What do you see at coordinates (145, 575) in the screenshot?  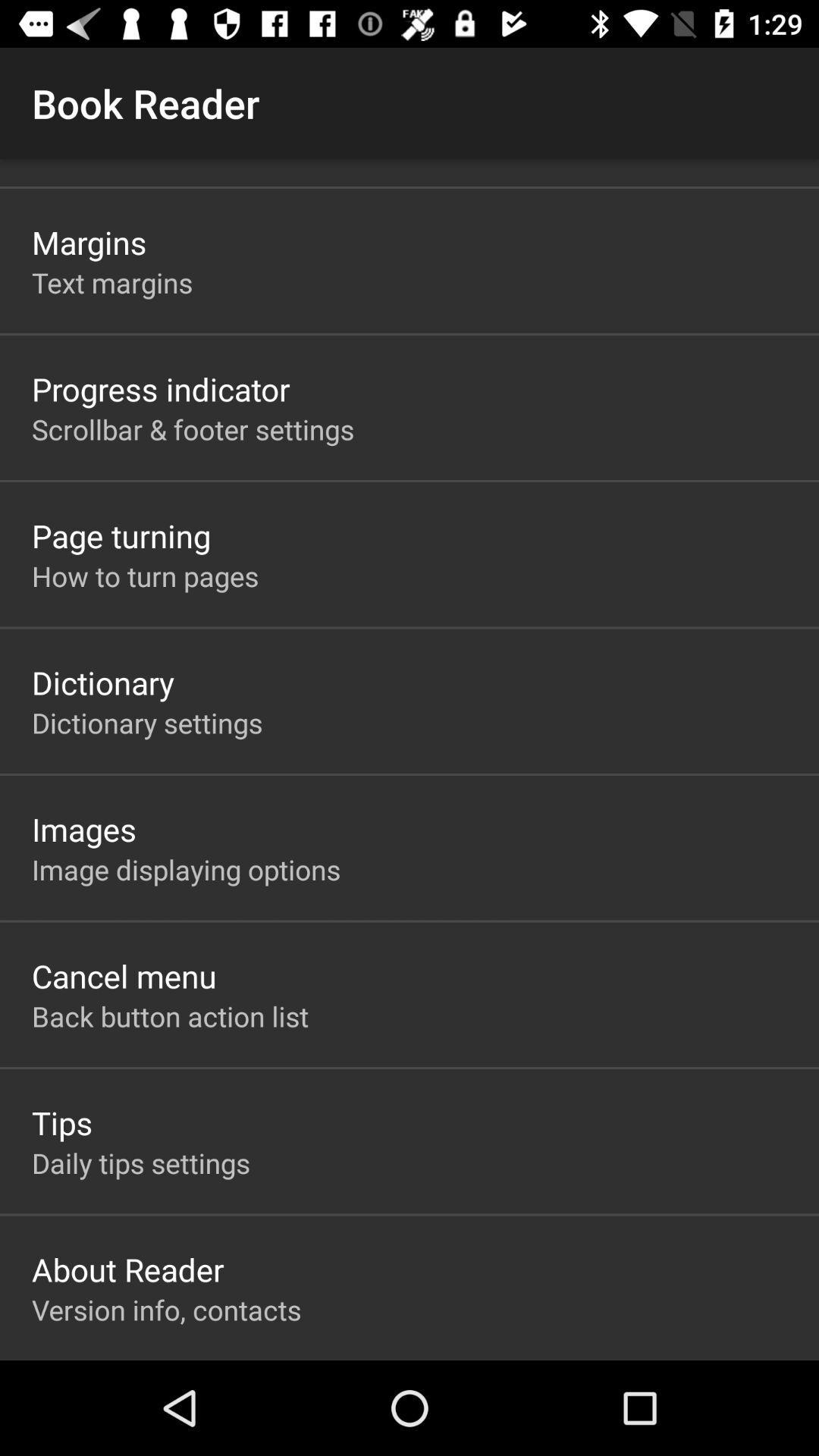 I see `the how to turn icon` at bounding box center [145, 575].